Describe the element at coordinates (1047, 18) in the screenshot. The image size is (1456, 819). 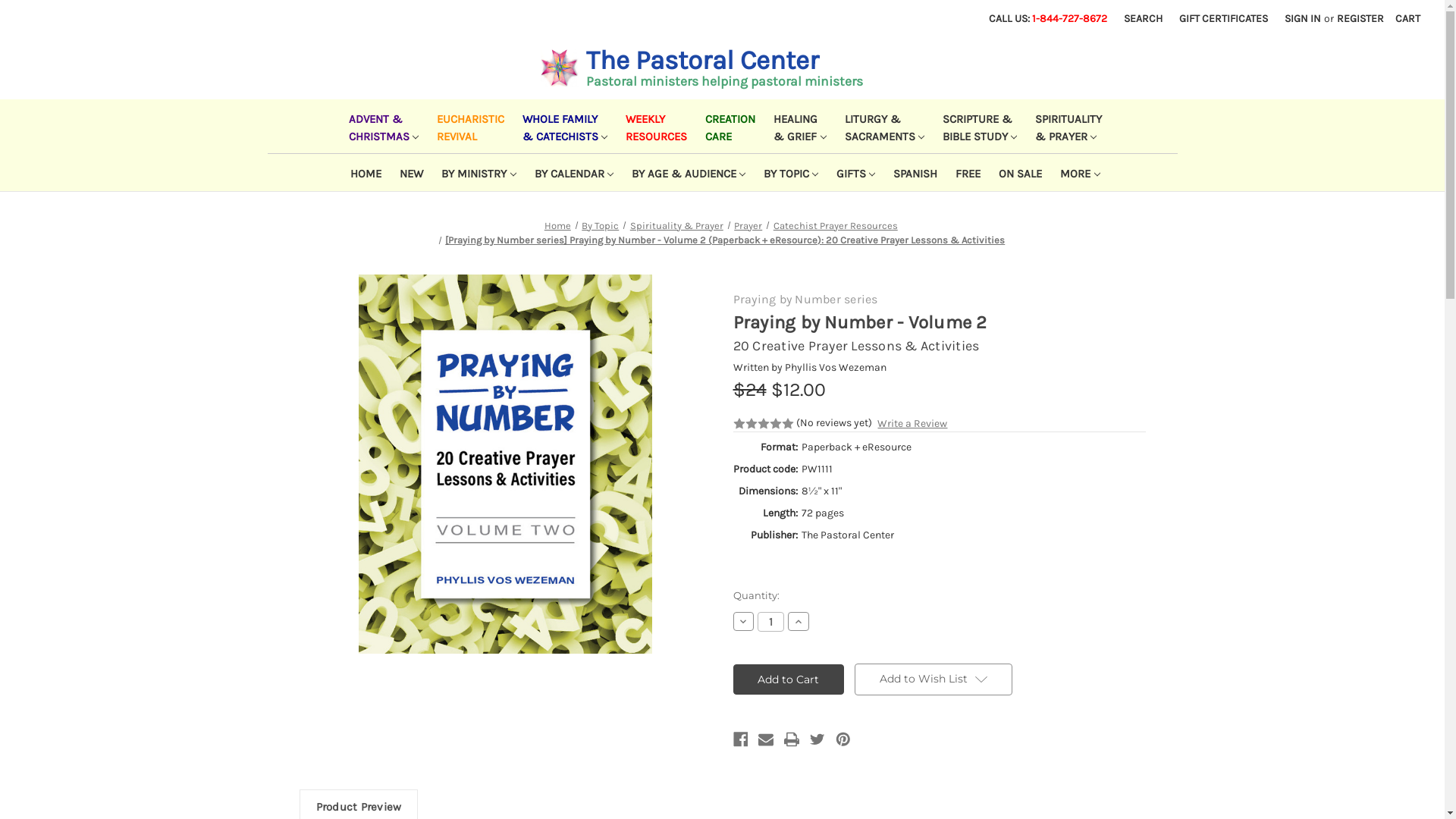
I see `'CALL US: 1-844-727-8672'` at that location.